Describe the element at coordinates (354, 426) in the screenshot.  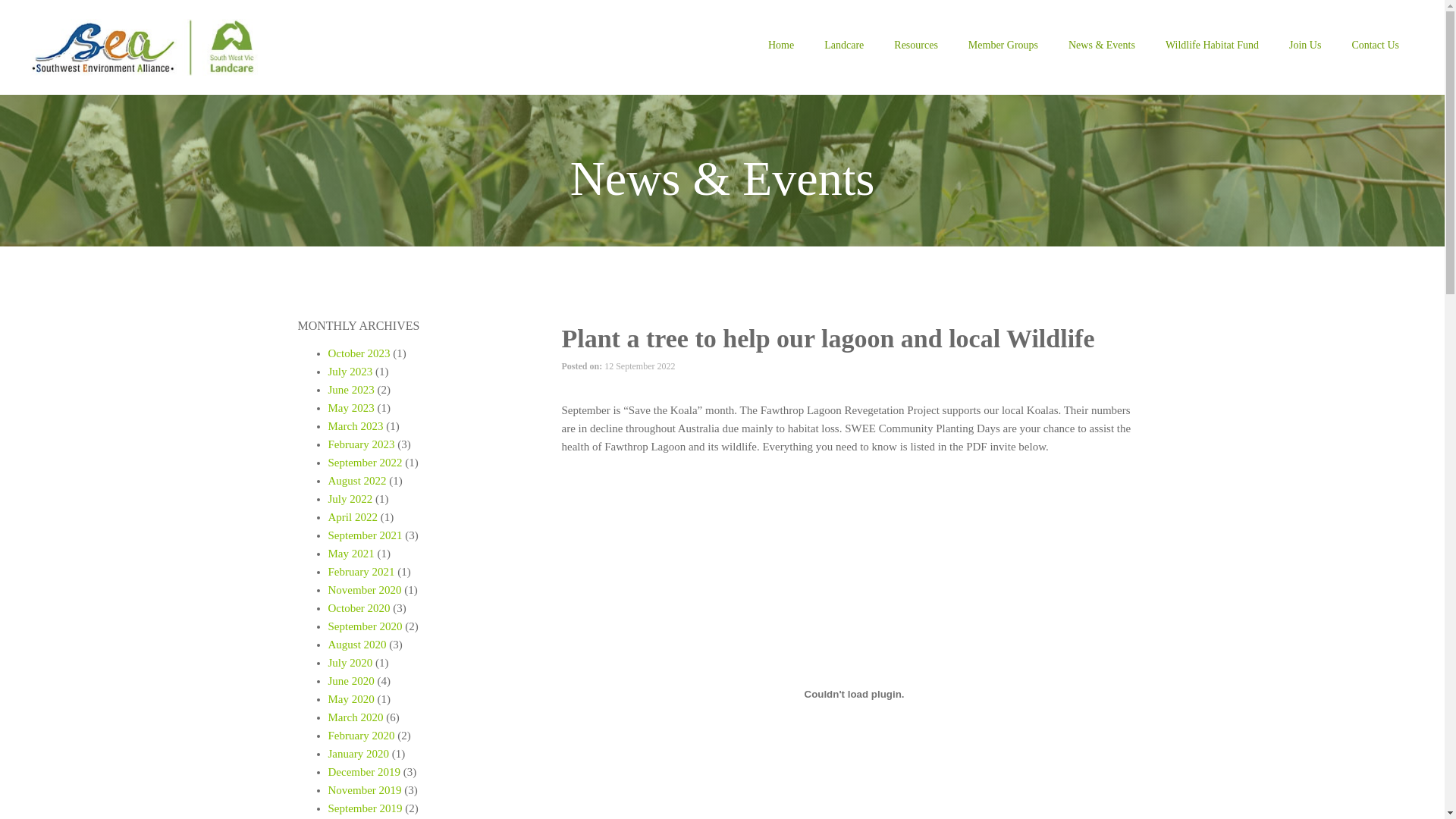
I see `'March 2023'` at that location.